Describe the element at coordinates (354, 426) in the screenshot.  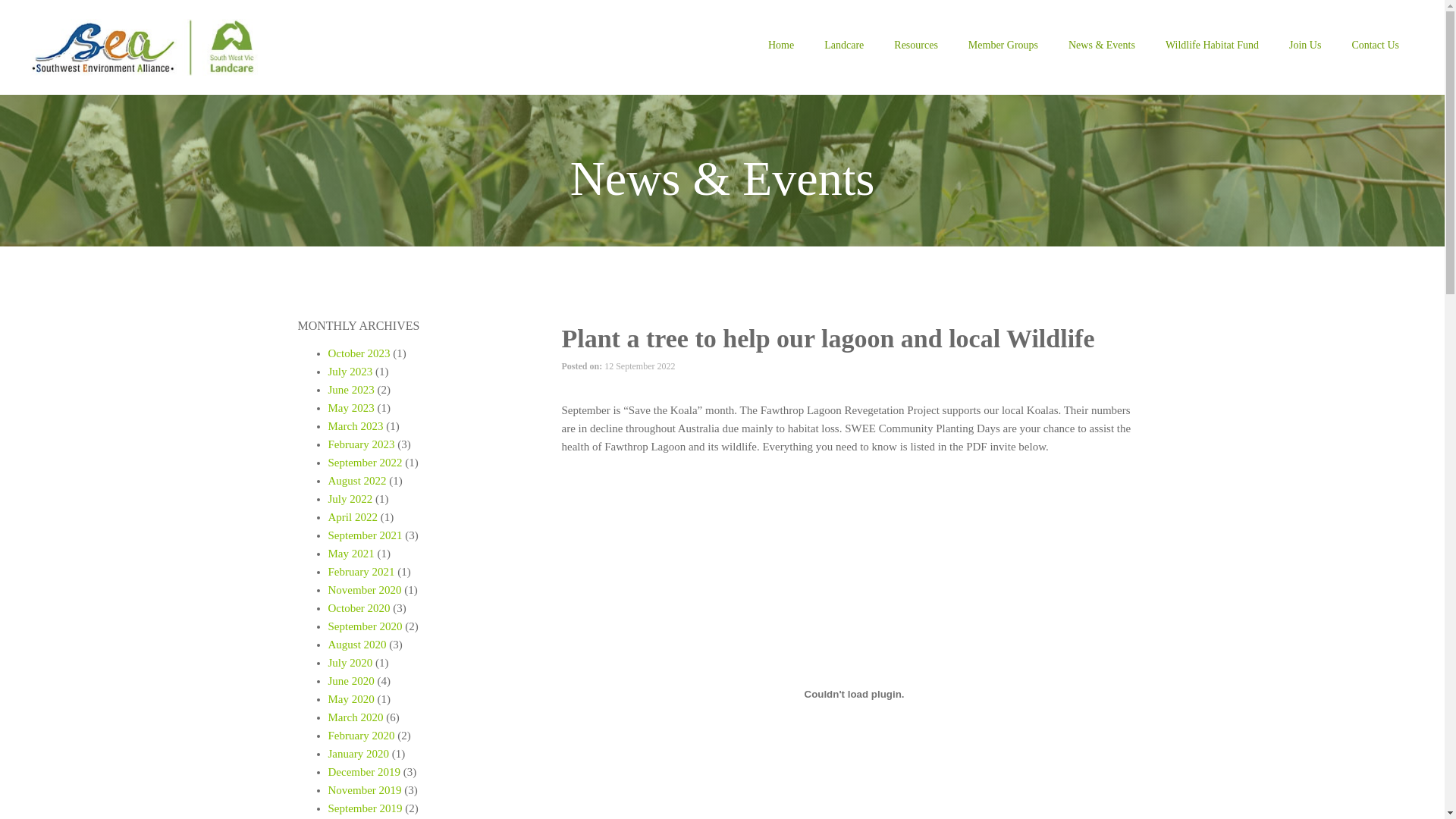
I see `'March 2023'` at that location.